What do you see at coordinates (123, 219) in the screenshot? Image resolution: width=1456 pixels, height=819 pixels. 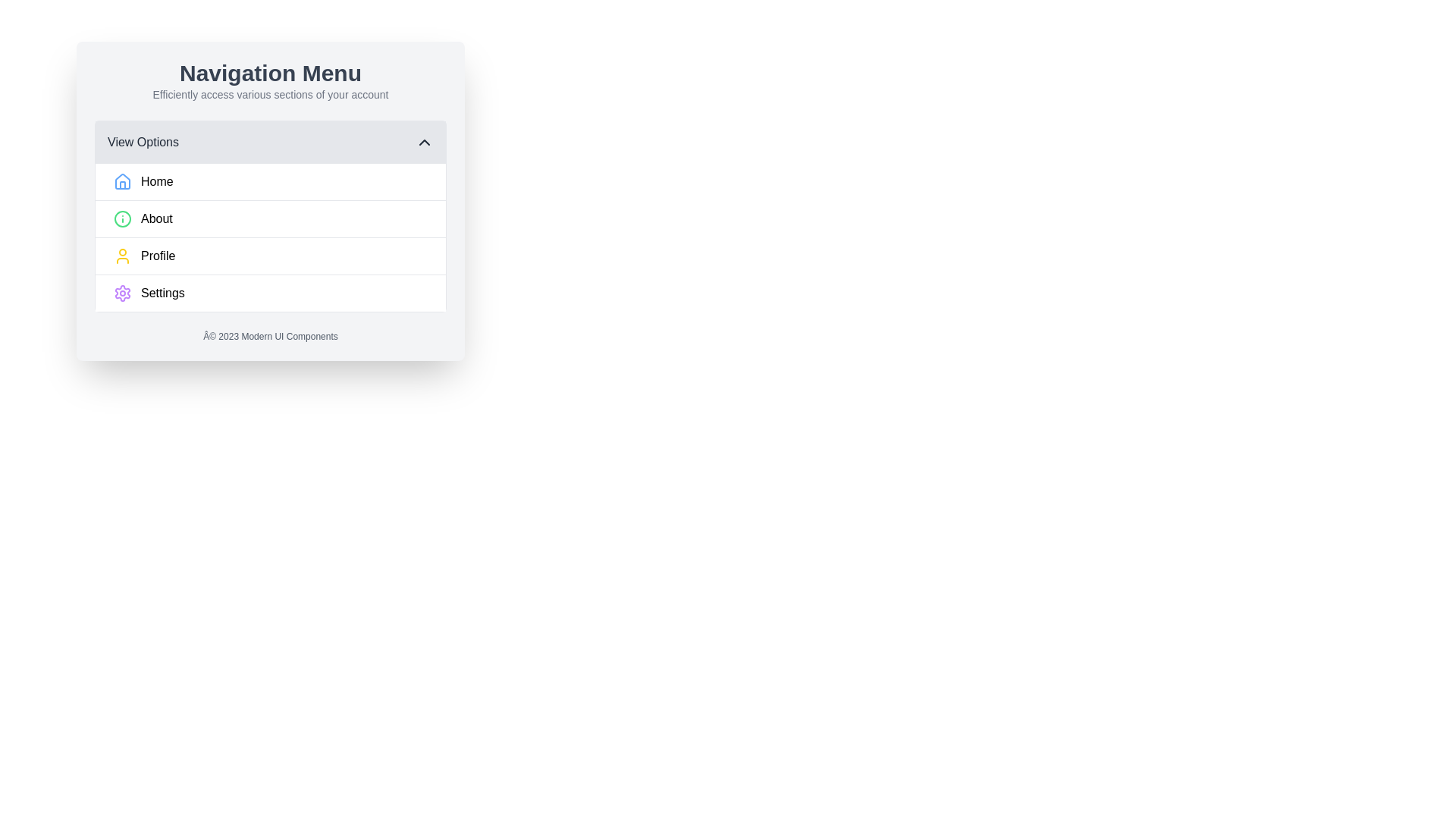 I see `the informational icon located to the left of the 'About' menu item in the second row of the navigation menu` at bounding box center [123, 219].